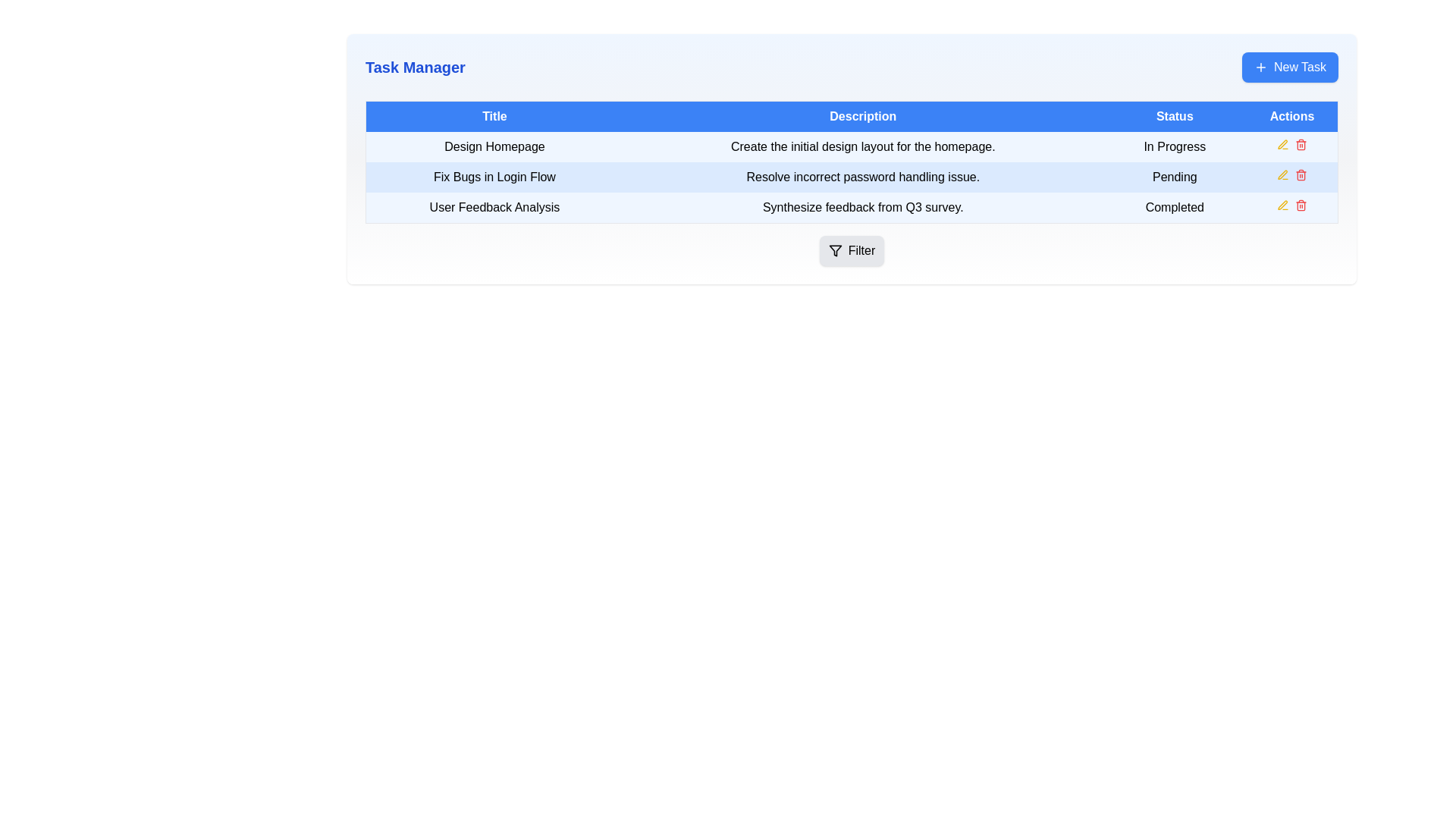 The width and height of the screenshot is (1456, 819). What do you see at coordinates (1289, 66) in the screenshot?
I see `the 'New Task' button with a blue background and white text, then press Enter to activate it` at bounding box center [1289, 66].